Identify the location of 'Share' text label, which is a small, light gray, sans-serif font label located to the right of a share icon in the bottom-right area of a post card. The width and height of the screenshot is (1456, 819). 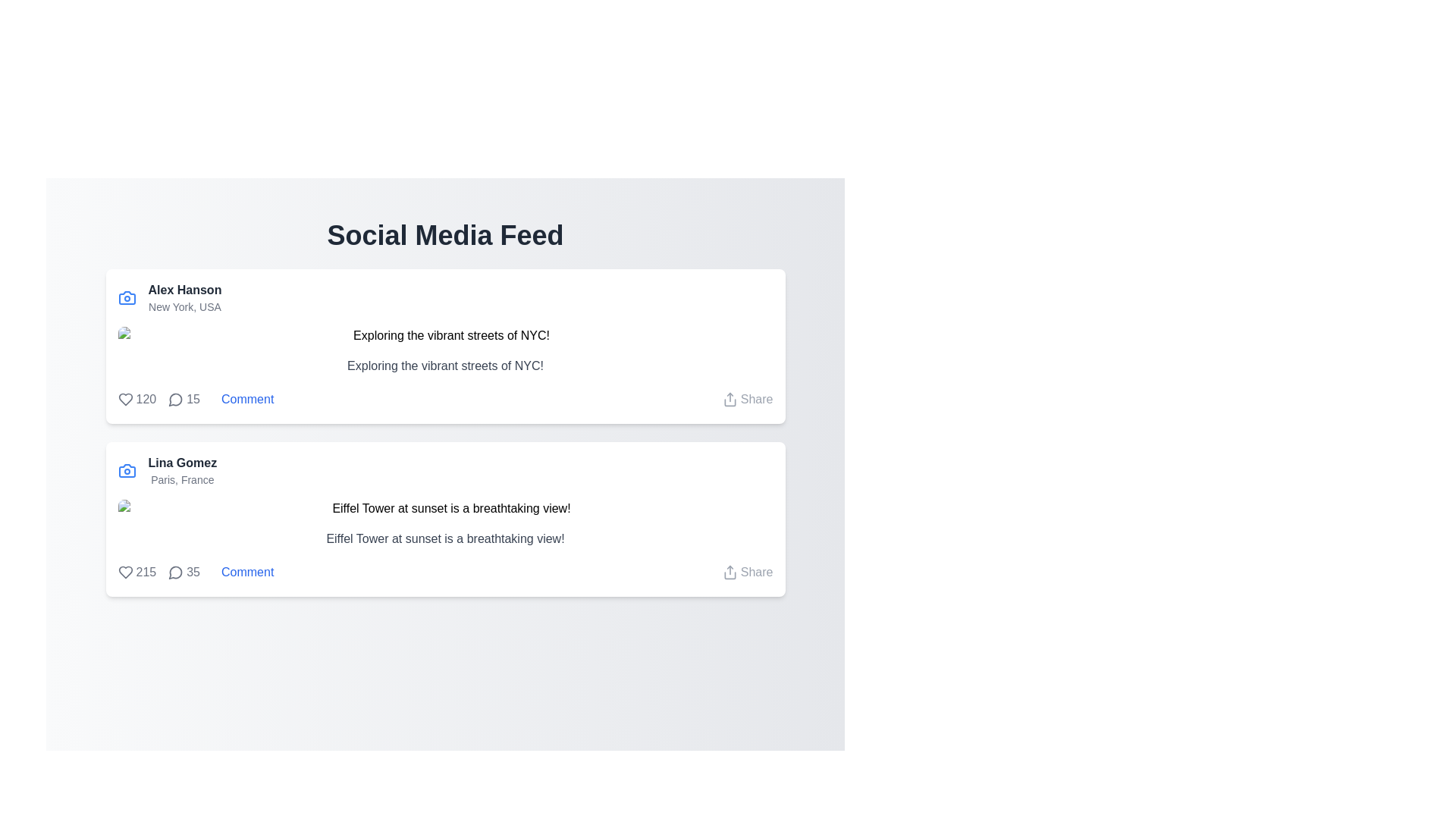
(757, 399).